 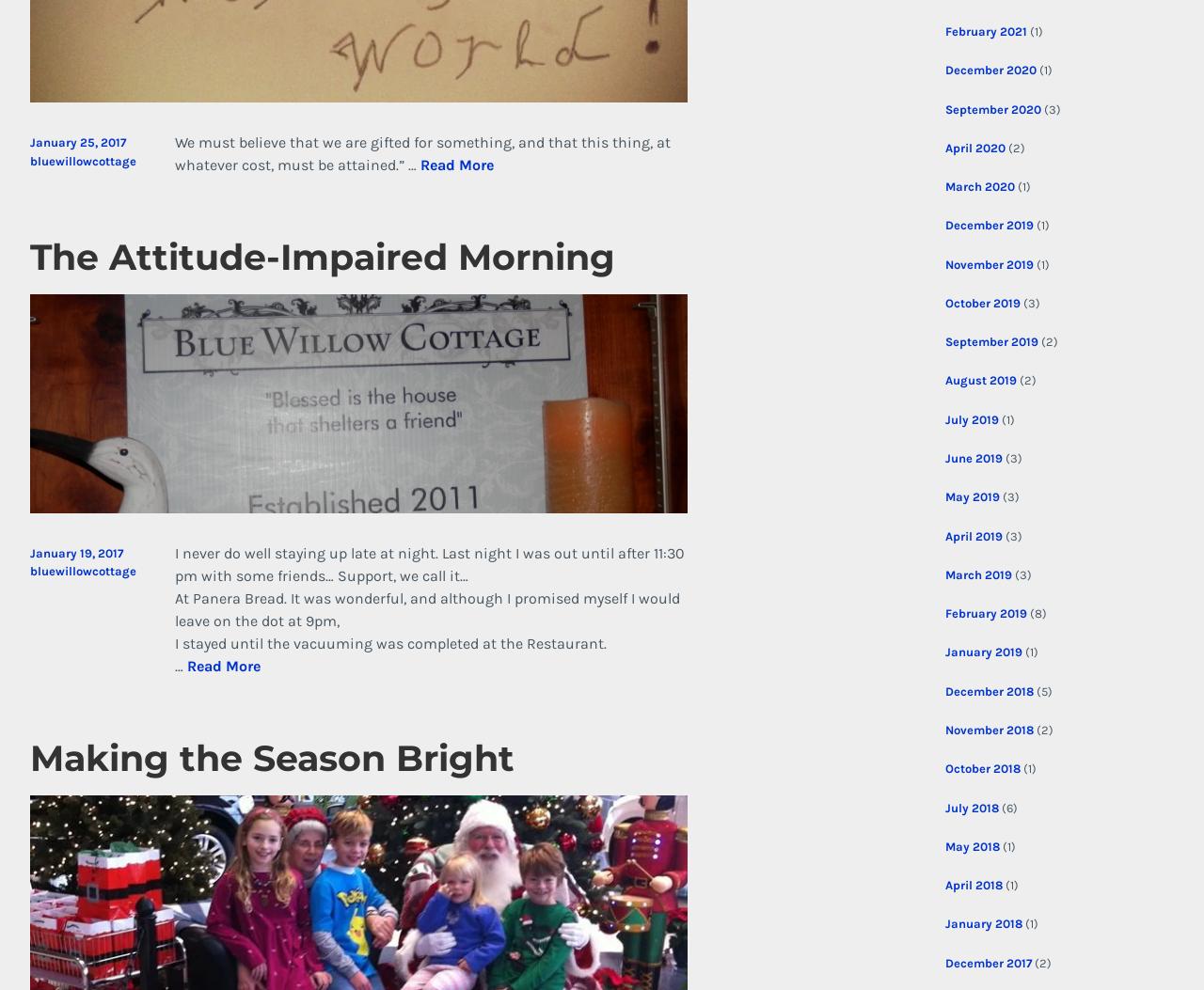 I want to click on 'December 2019', so click(x=988, y=225).